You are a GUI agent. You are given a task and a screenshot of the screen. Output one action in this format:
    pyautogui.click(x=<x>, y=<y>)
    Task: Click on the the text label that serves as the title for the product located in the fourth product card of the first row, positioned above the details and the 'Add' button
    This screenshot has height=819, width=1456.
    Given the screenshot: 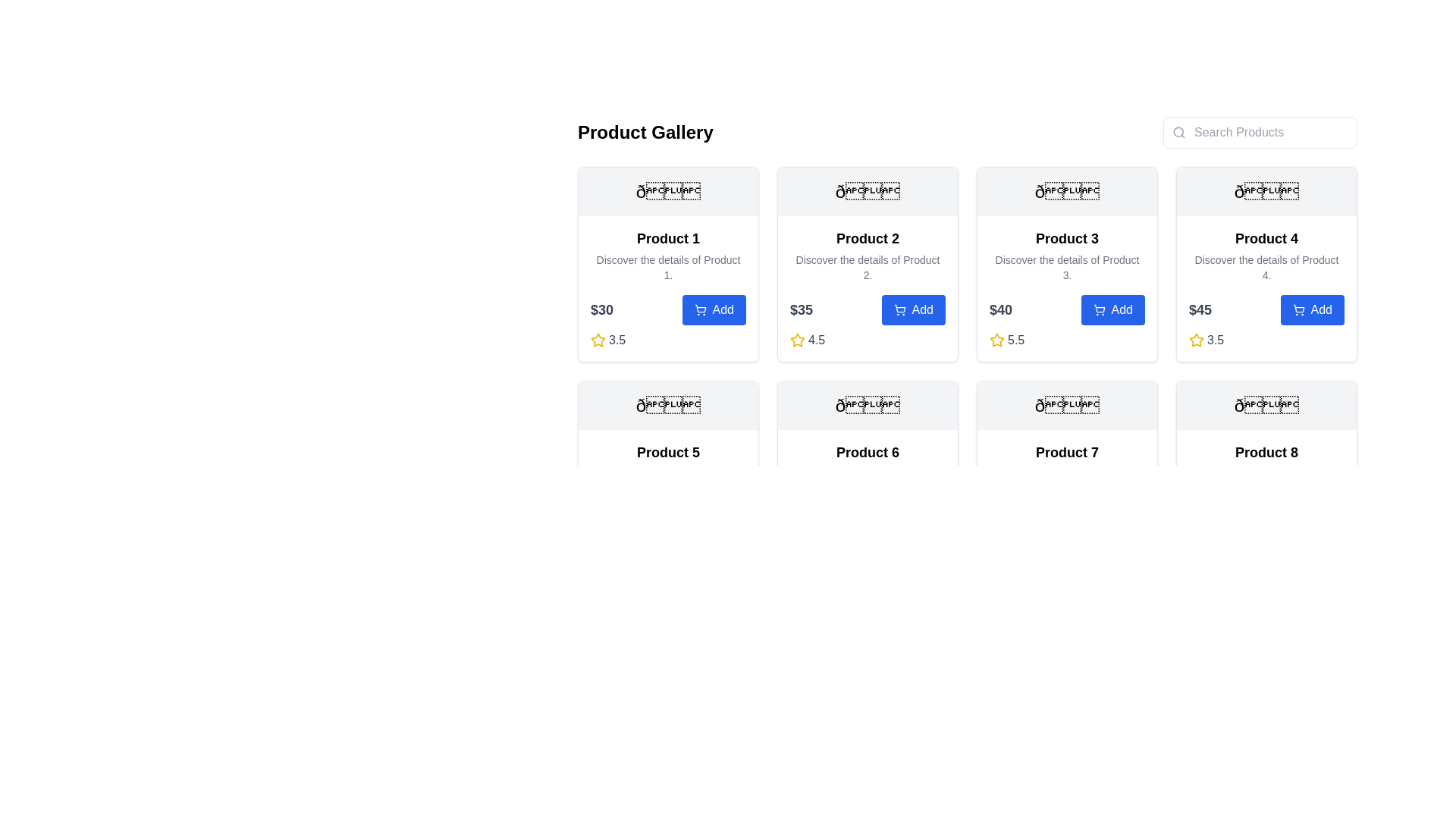 What is the action you would take?
    pyautogui.click(x=1266, y=239)
    